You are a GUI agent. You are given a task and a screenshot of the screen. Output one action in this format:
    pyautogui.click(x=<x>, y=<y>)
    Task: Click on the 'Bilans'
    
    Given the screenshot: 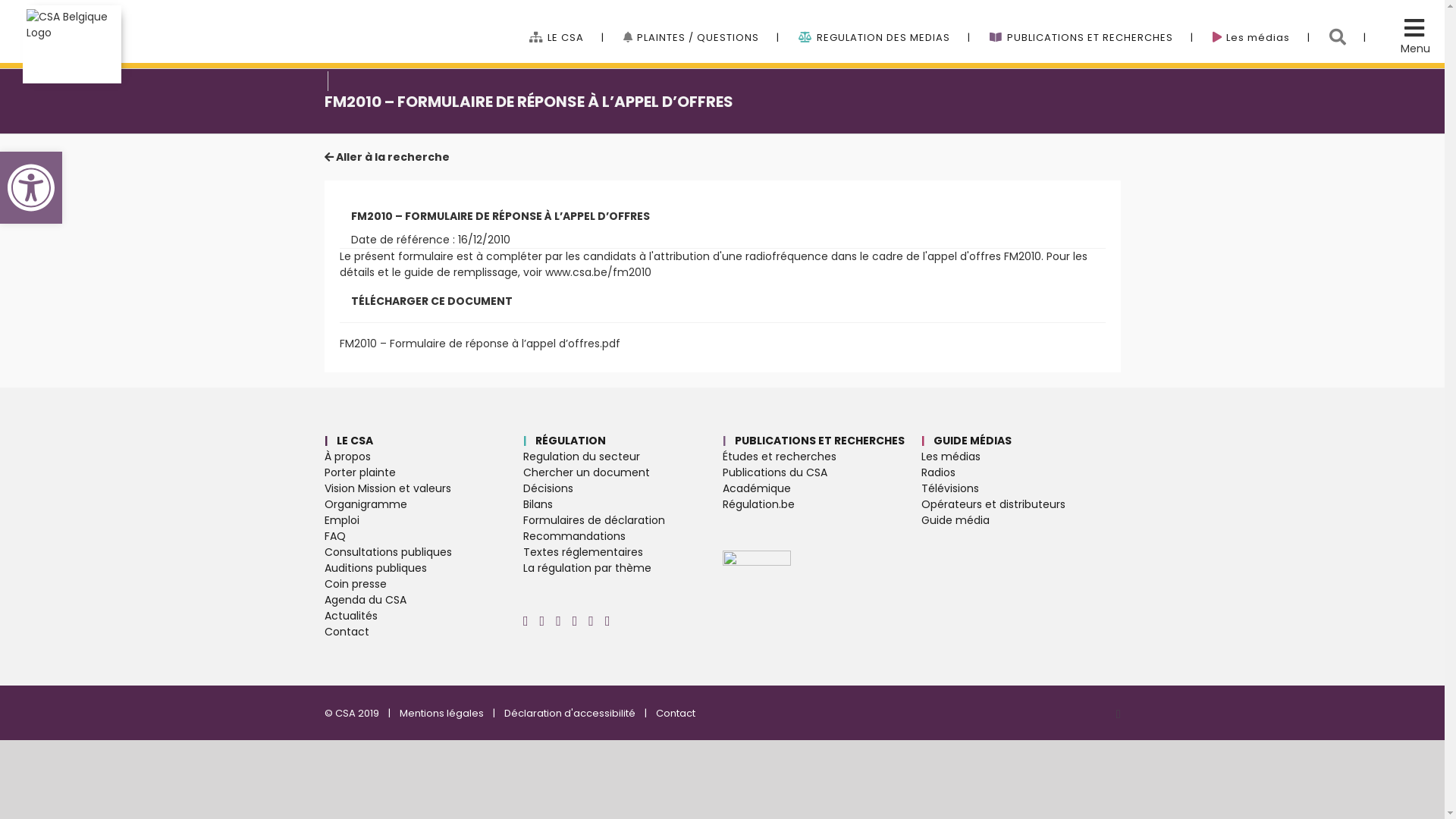 What is the action you would take?
    pyautogui.click(x=523, y=504)
    